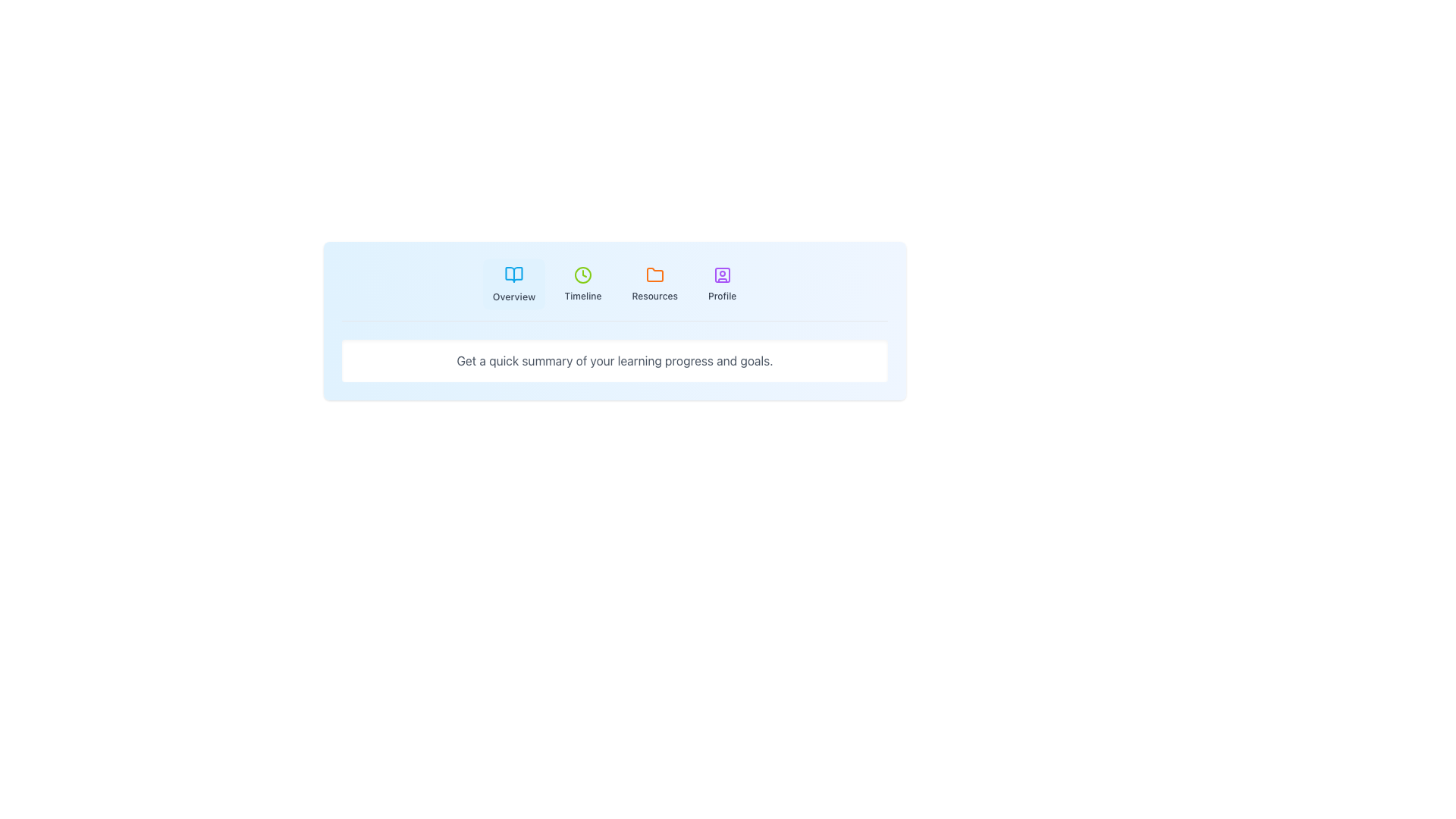 The height and width of the screenshot is (819, 1456). What do you see at coordinates (582, 275) in the screenshot?
I see `SVG Circle element that serves as the outer decorative circle of the clock icon located in the top navigation area of the interface, specifically within the 'Timeline' section` at bounding box center [582, 275].